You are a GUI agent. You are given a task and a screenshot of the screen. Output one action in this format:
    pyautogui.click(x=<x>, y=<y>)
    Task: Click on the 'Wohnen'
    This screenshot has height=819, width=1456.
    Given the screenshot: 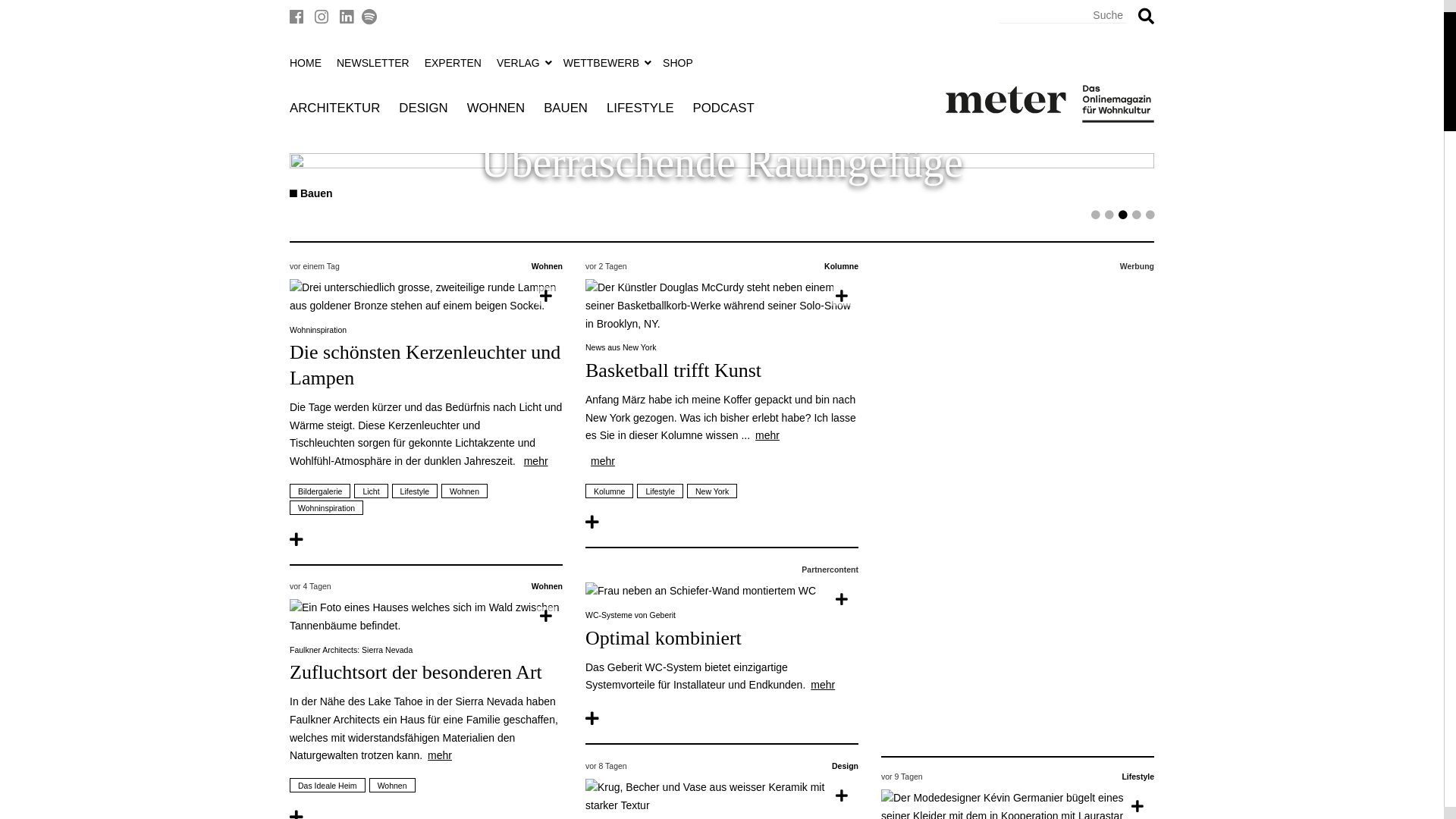 What is the action you would take?
    pyautogui.click(x=546, y=265)
    